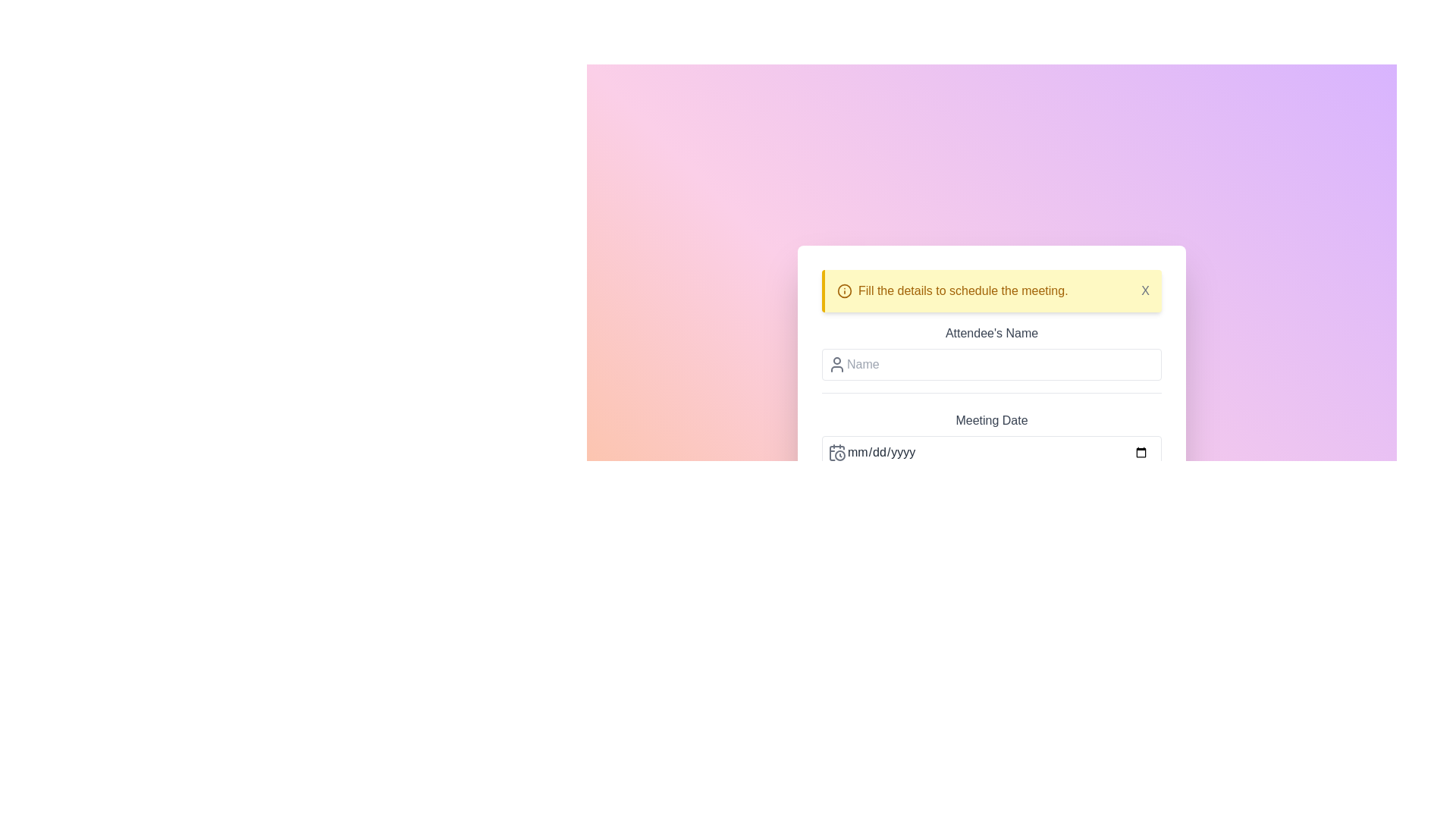 Image resolution: width=1456 pixels, height=819 pixels. I want to click on the circle shape graphical component that serves as an information icon in the top-left corner of the yellow notification banner, so click(843, 291).